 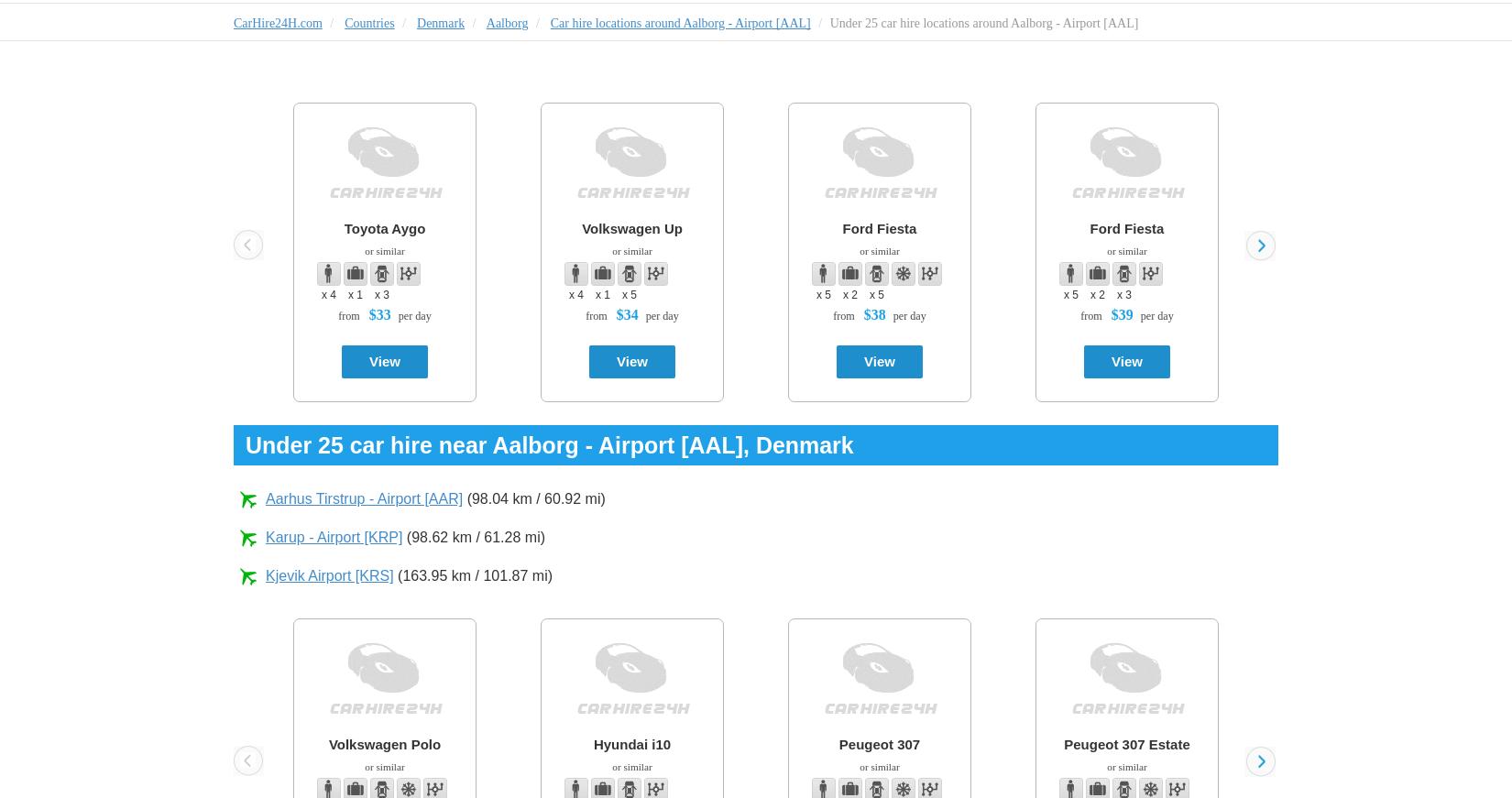 I want to click on 'Aarhus Tirstrup - Airport [AAR]', so click(x=364, y=498).